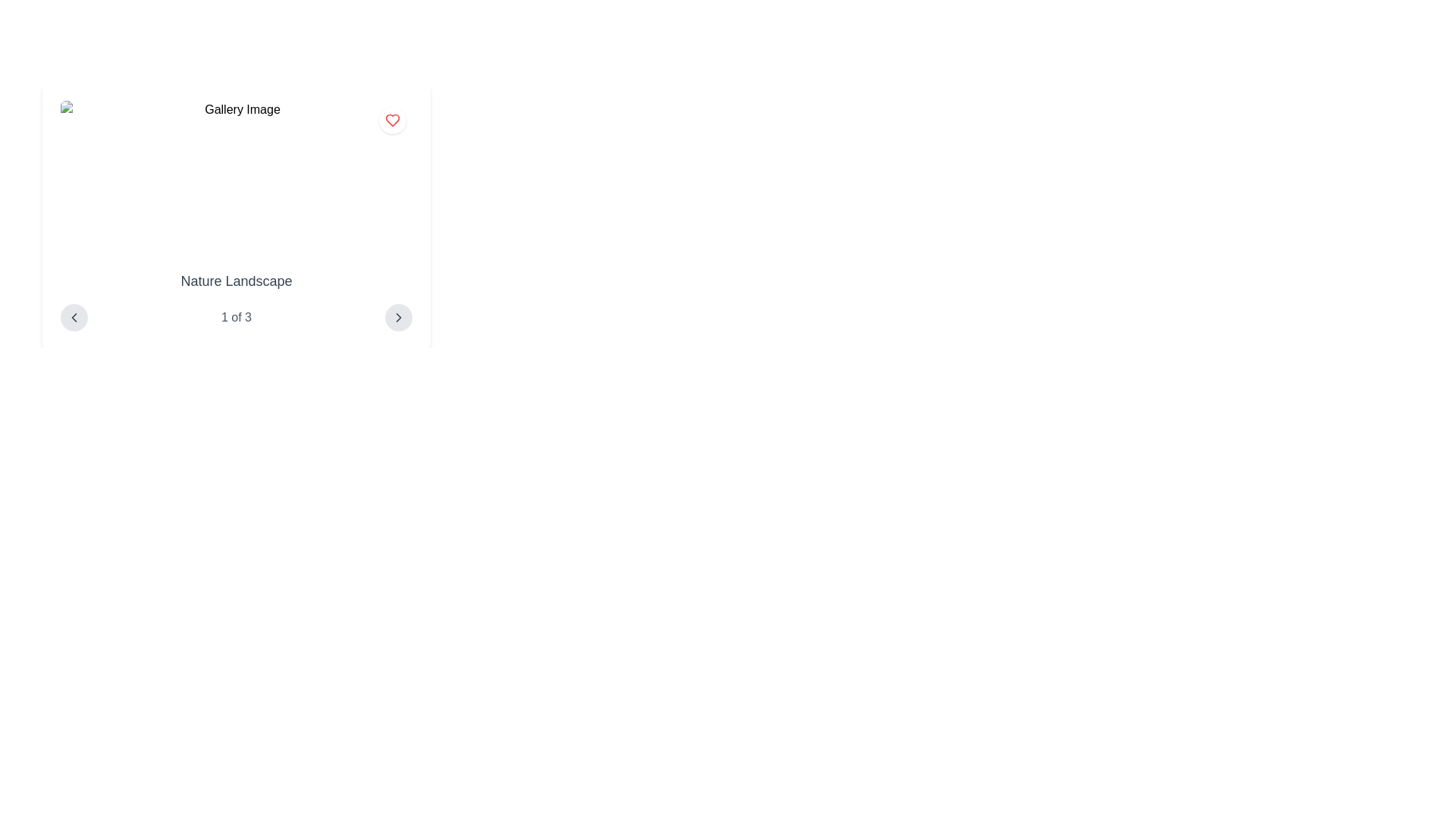  Describe the element at coordinates (398, 317) in the screenshot. I see `the chevron pointing right` at that location.